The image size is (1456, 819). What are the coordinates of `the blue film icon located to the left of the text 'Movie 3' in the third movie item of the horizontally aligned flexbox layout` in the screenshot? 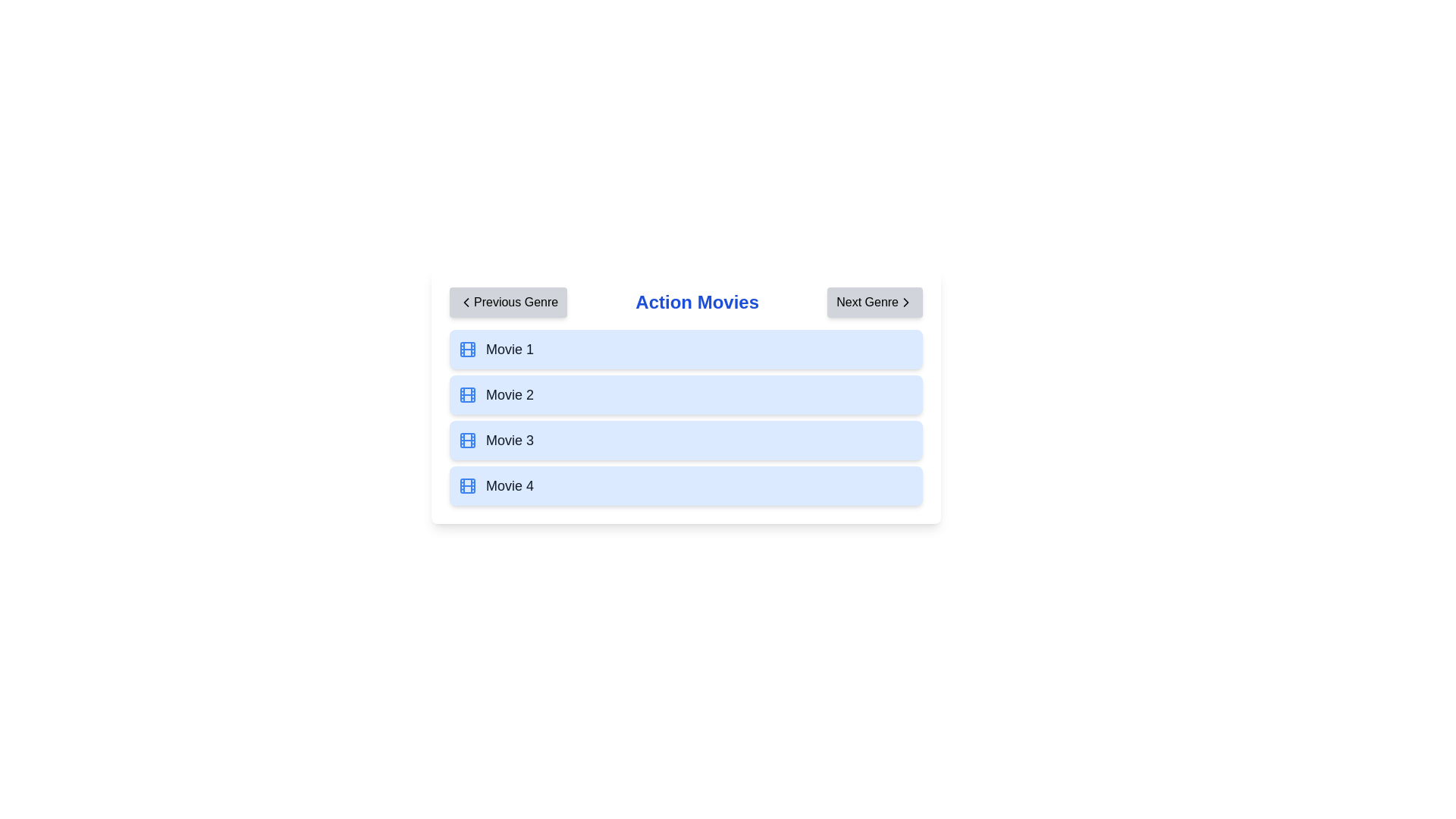 It's located at (467, 441).